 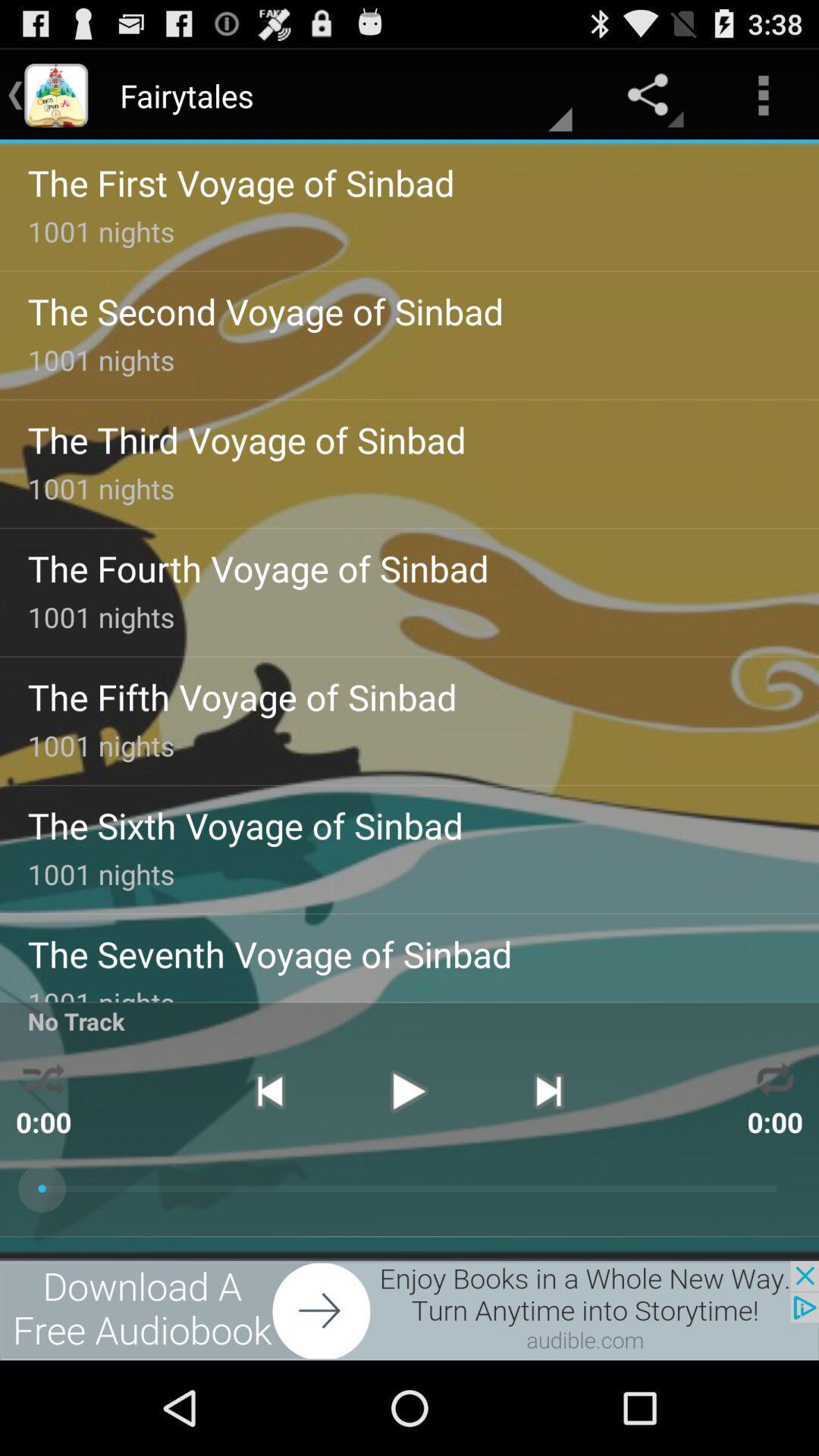 I want to click on the skip_previous icon, so click(x=268, y=1166).